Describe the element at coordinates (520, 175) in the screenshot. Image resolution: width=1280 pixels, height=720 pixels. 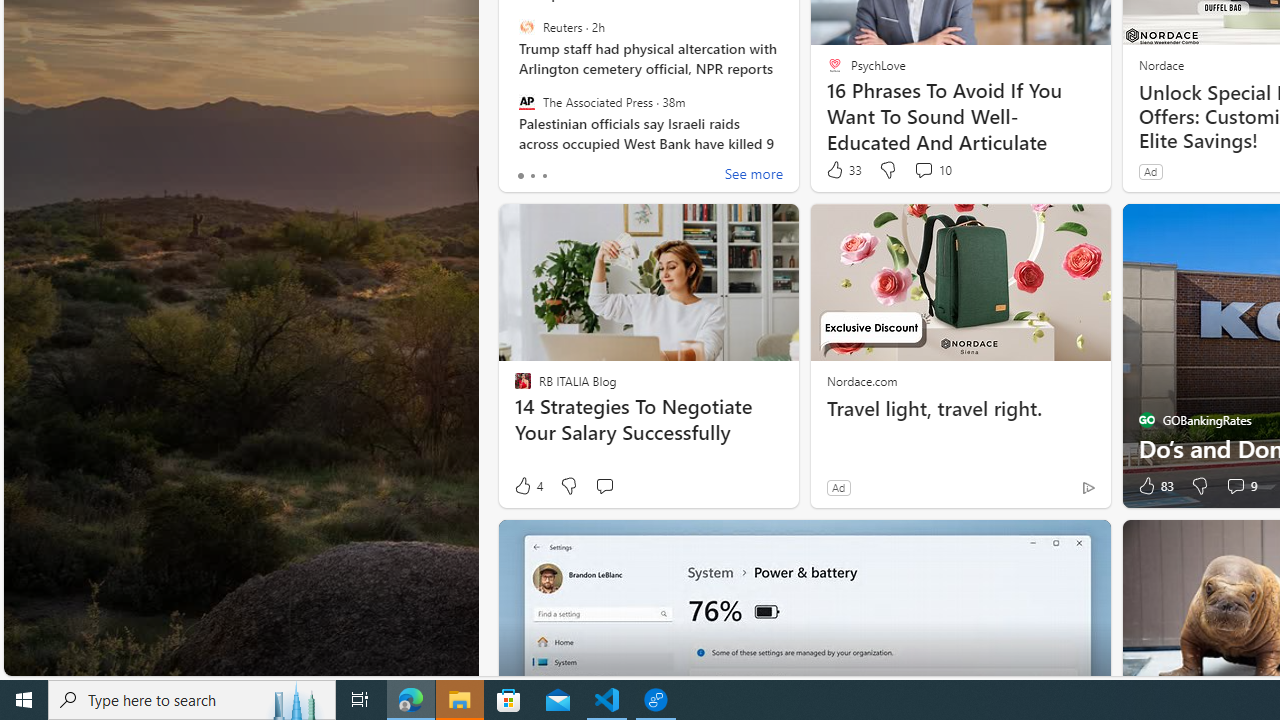
I see `'tab-0'` at that location.